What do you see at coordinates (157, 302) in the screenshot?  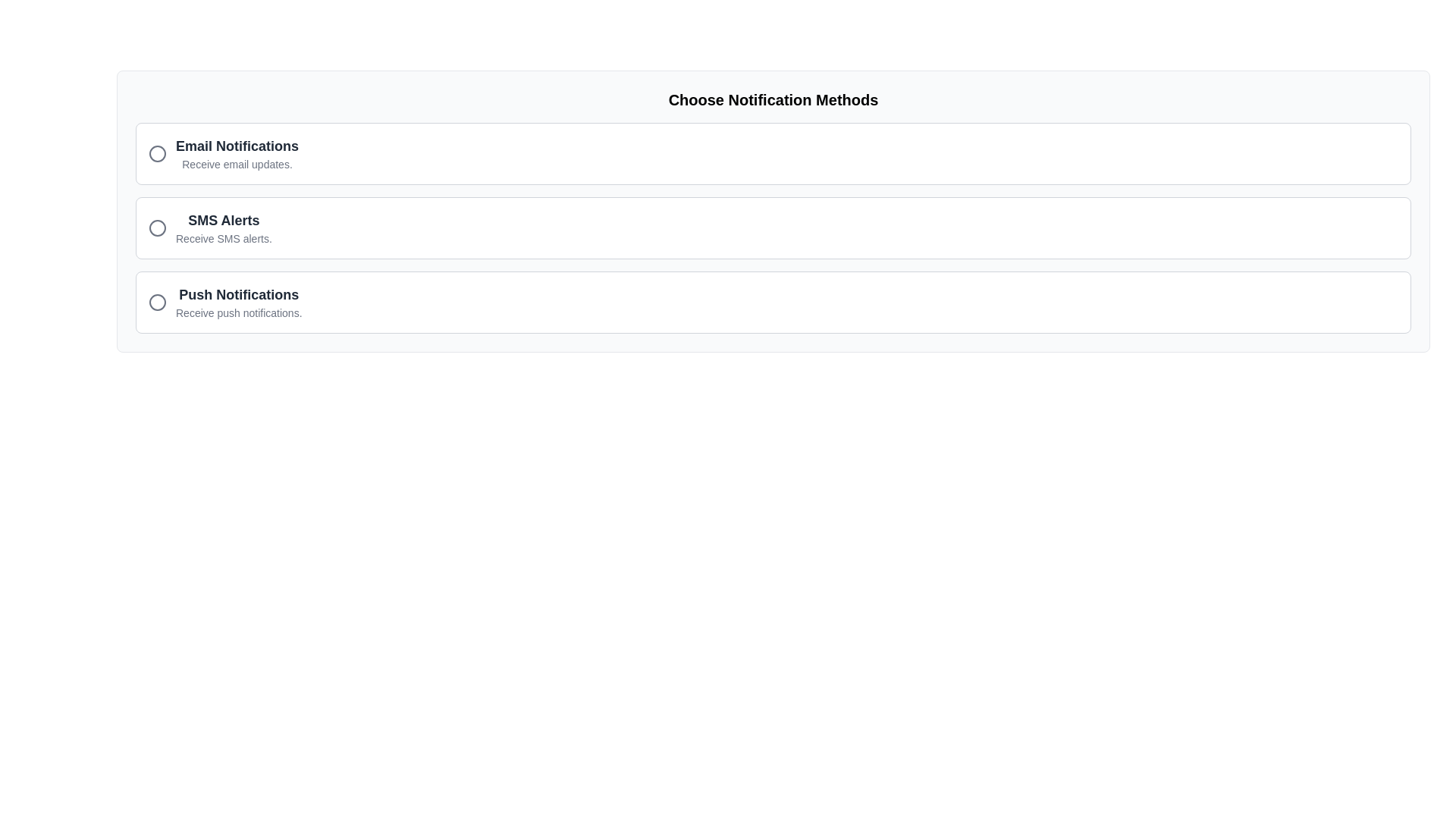 I see `the inner circle of the 'Push Notifications' icon, which is the third option in a vertically stacked list of notification methods` at bounding box center [157, 302].